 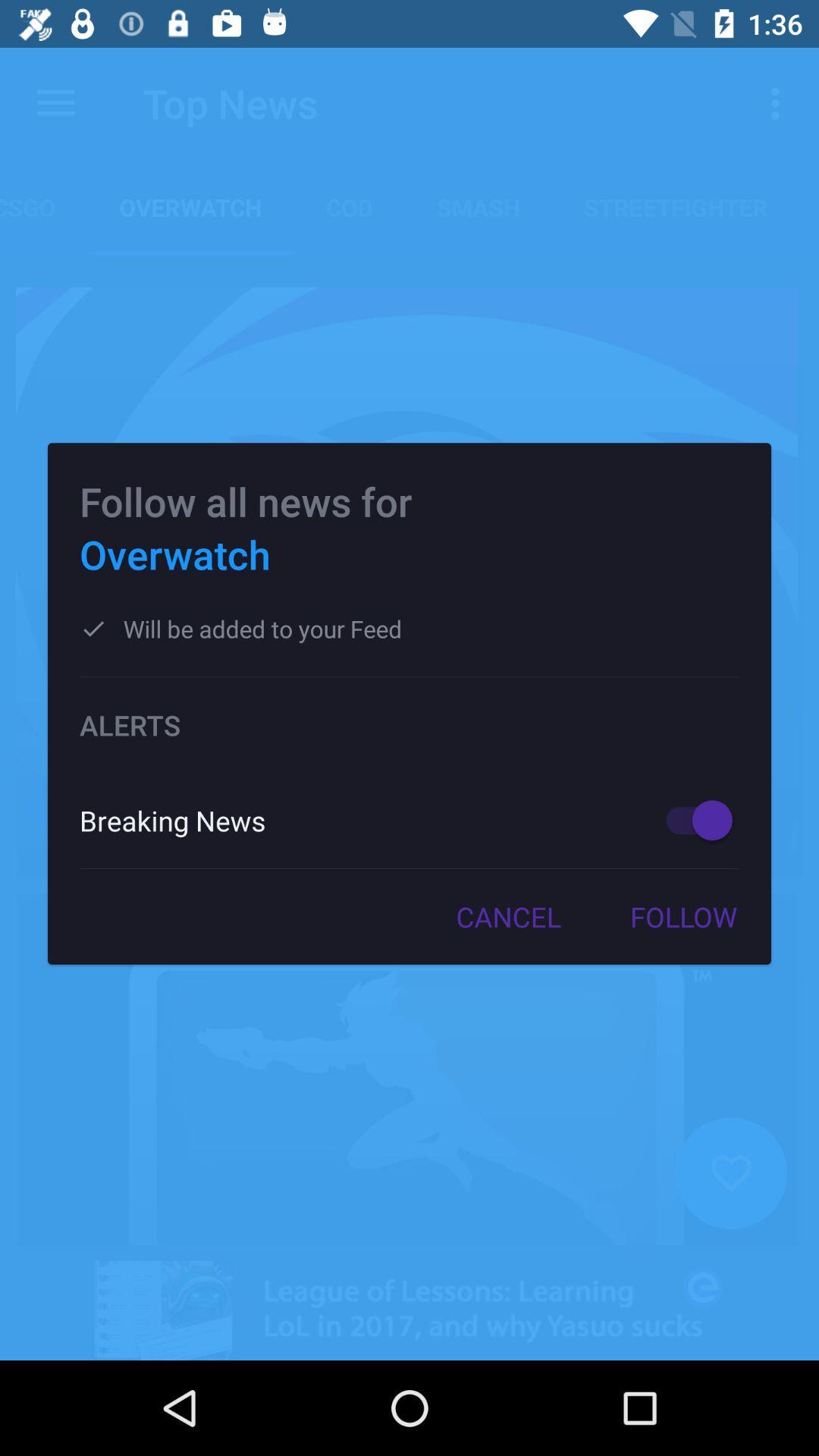 What do you see at coordinates (692, 819) in the screenshot?
I see `subscription option` at bounding box center [692, 819].